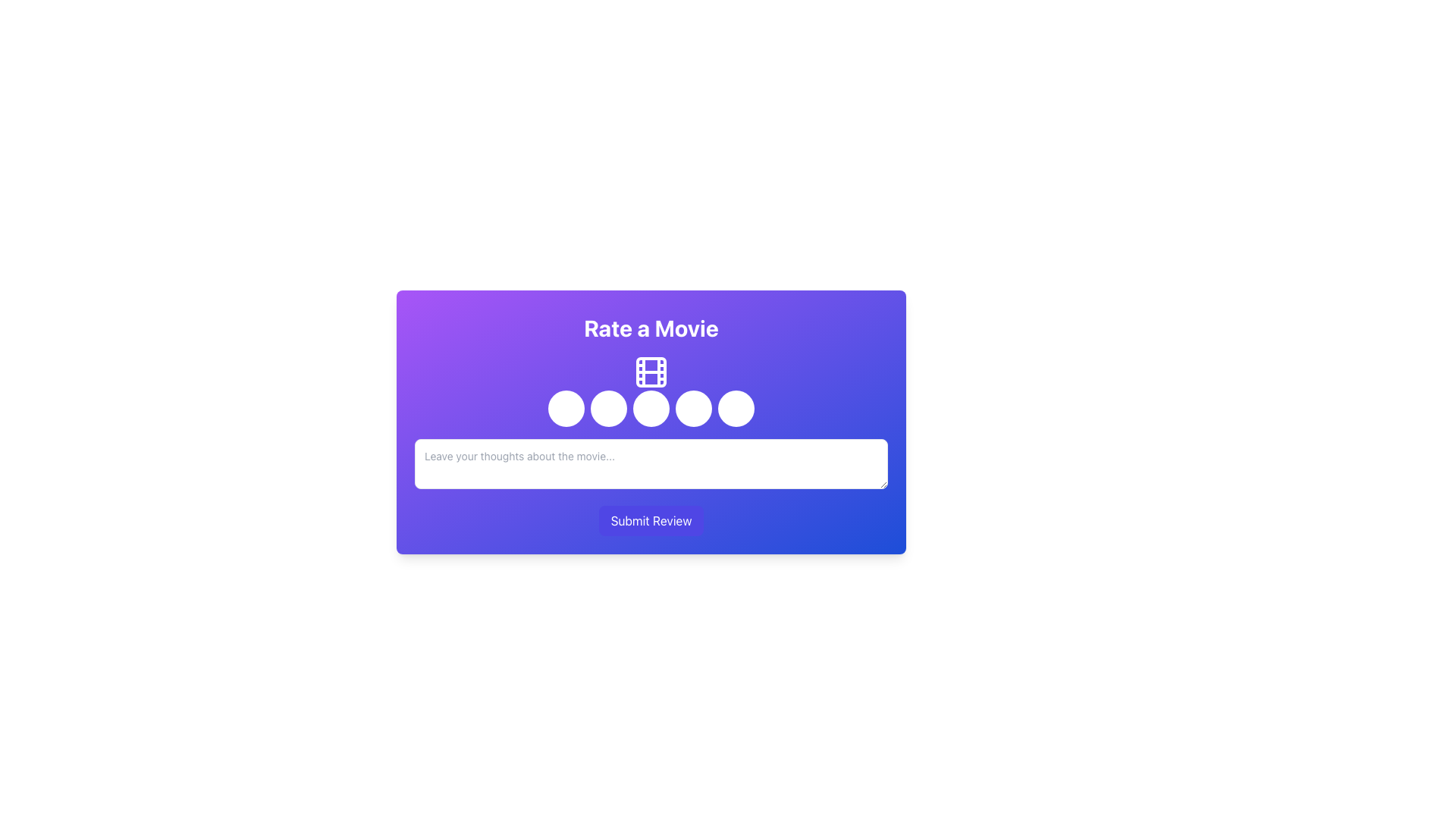 Image resolution: width=1456 pixels, height=819 pixels. I want to click on the third circular rating button, which has a white background and is located below the 'Rate a Movie' text, so click(651, 422).